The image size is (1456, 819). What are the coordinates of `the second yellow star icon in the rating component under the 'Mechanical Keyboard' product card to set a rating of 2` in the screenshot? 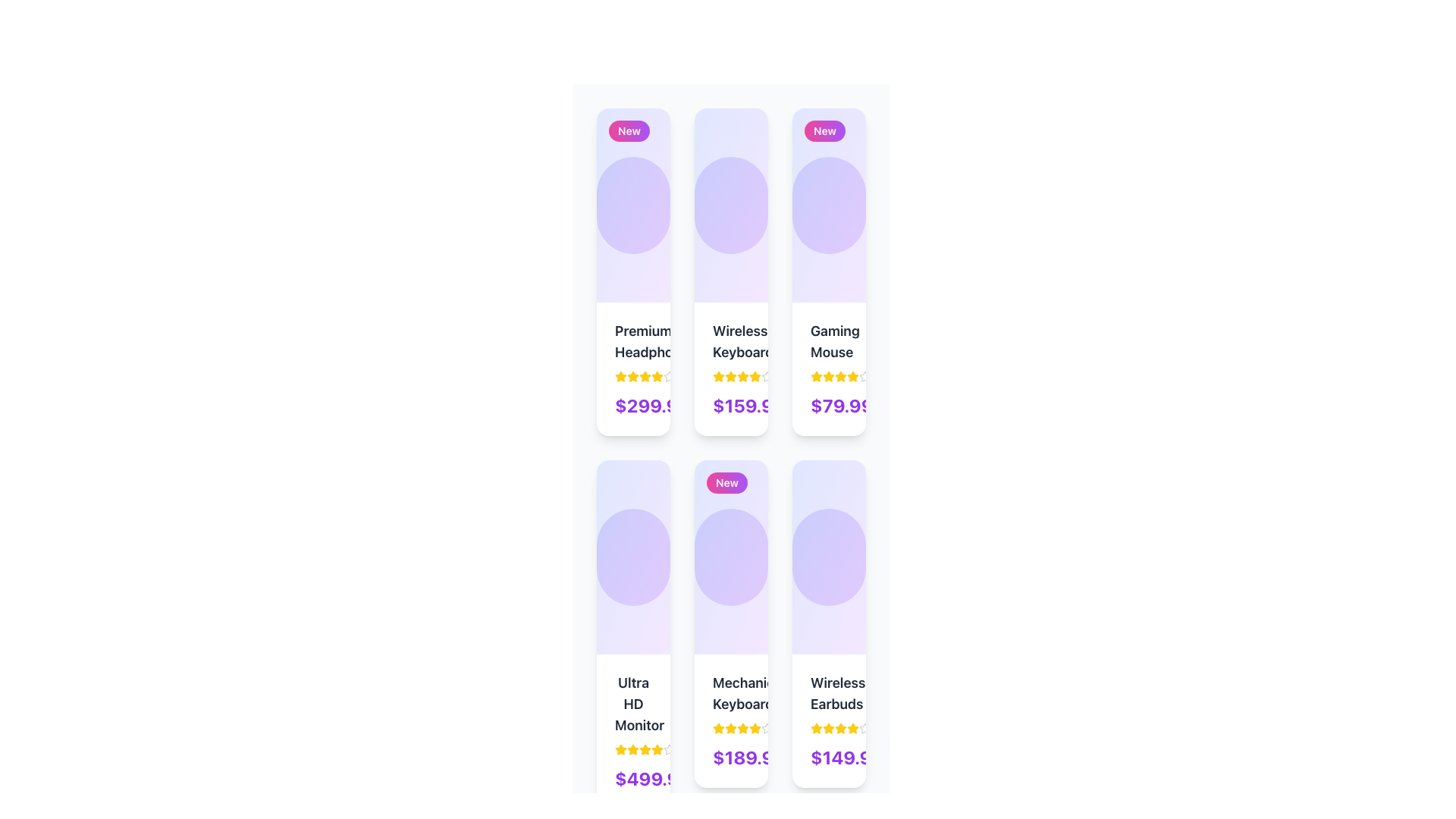 It's located at (718, 727).